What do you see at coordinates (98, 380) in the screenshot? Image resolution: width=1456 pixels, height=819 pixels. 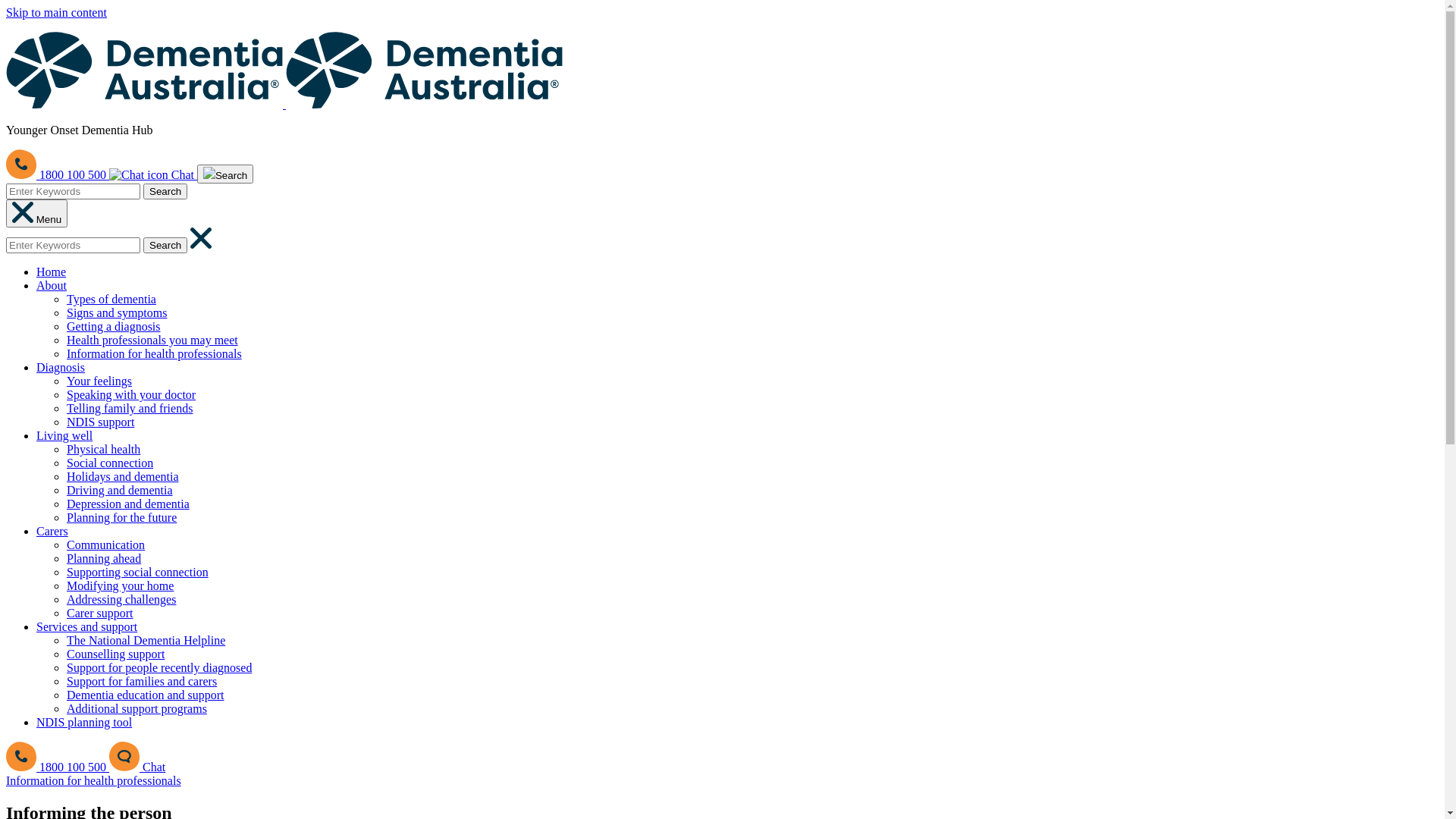 I see `'Your feelings'` at bounding box center [98, 380].